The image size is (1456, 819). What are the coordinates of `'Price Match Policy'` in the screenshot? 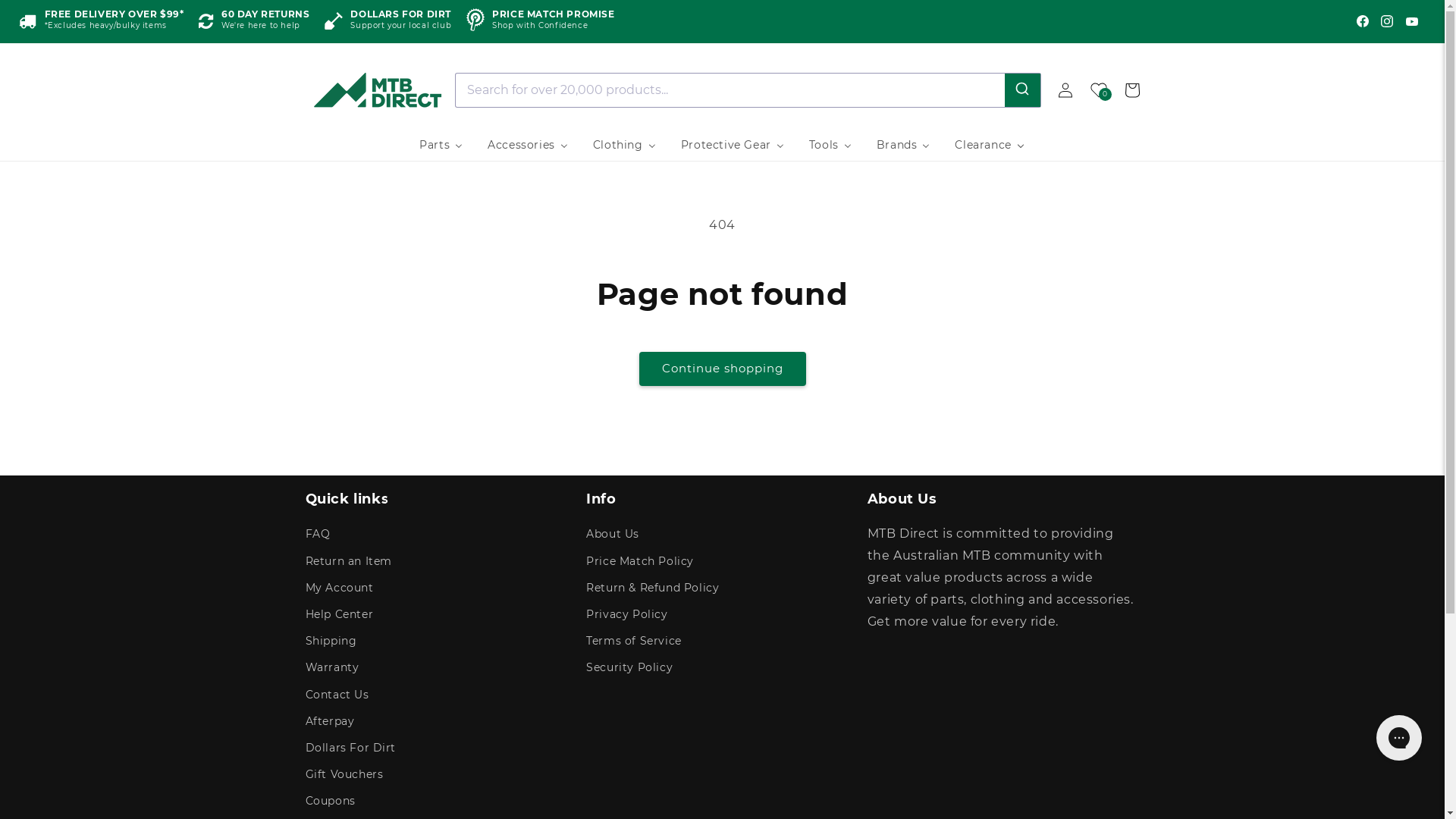 It's located at (640, 561).